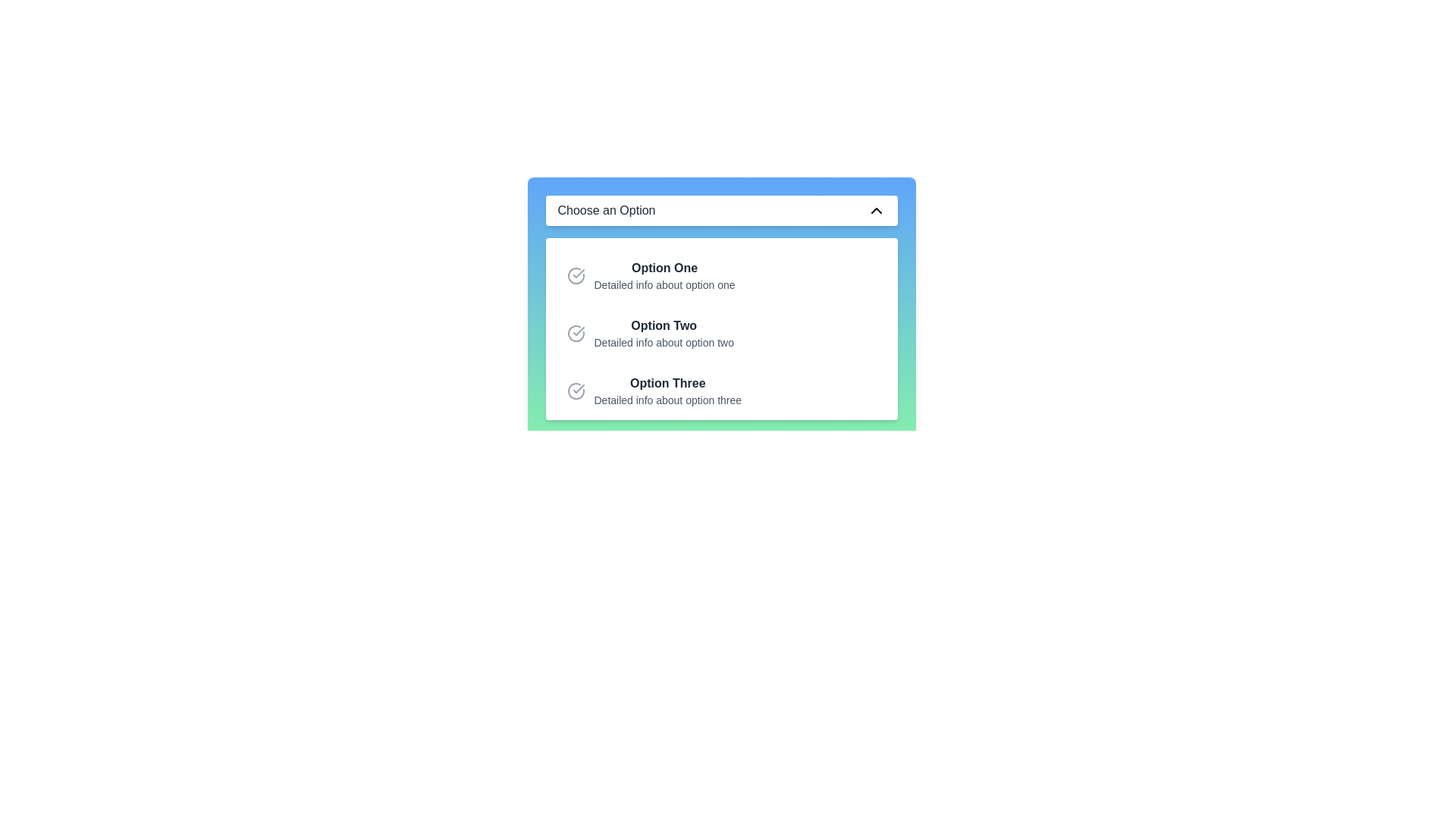  What do you see at coordinates (664, 342) in the screenshot?
I see `the text label reading 'Detailed info about option two', which is styled in gray and positioned below the bold text 'Option Two'` at bounding box center [664, 342].